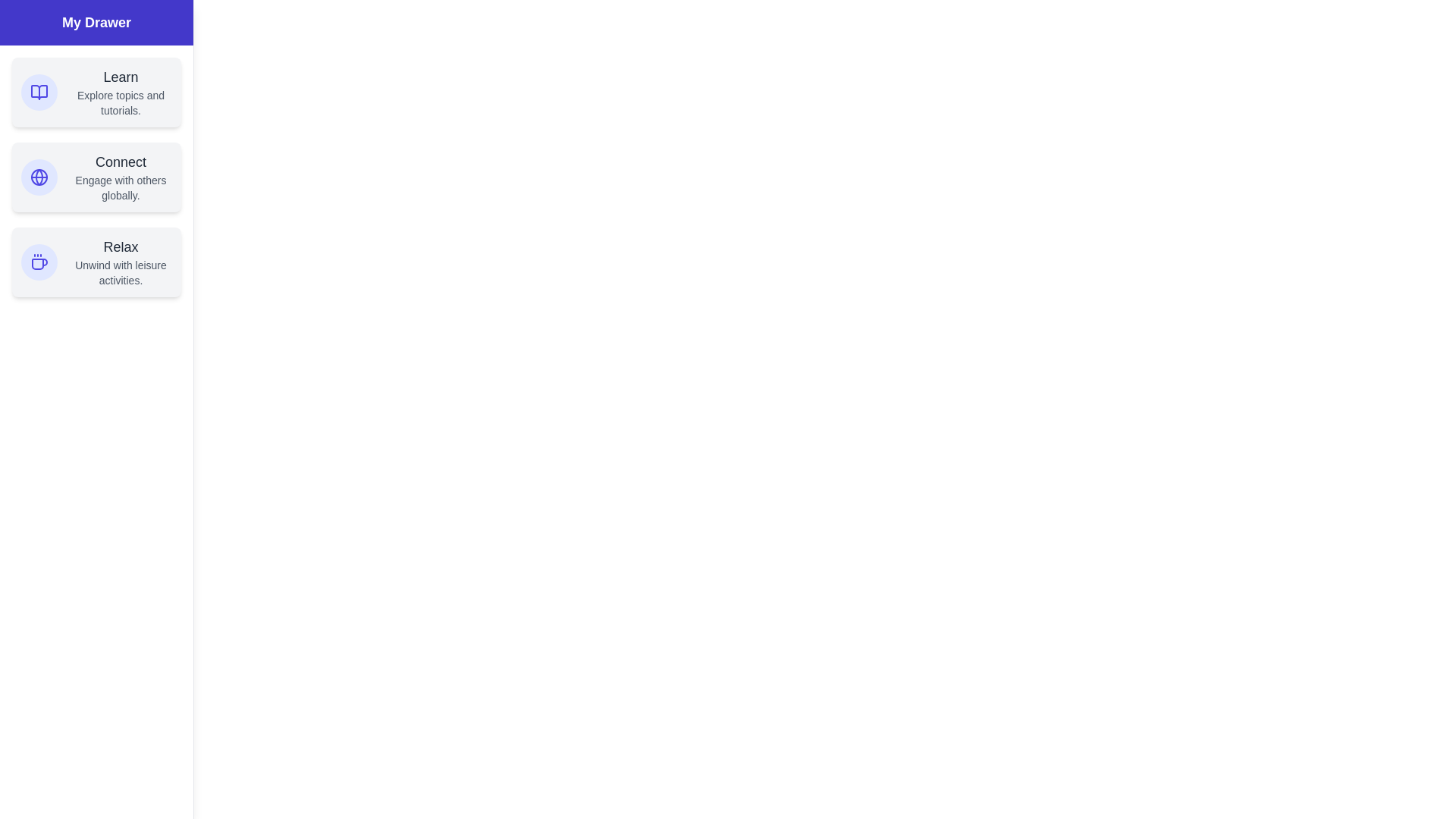 The width and height of the screenshot is (1456, 819). What do you see at coordinates (96, 23) in the screenshot?
I see `the header of the drawer labeled 'My Drawer'` at bounding box center [96, 23].